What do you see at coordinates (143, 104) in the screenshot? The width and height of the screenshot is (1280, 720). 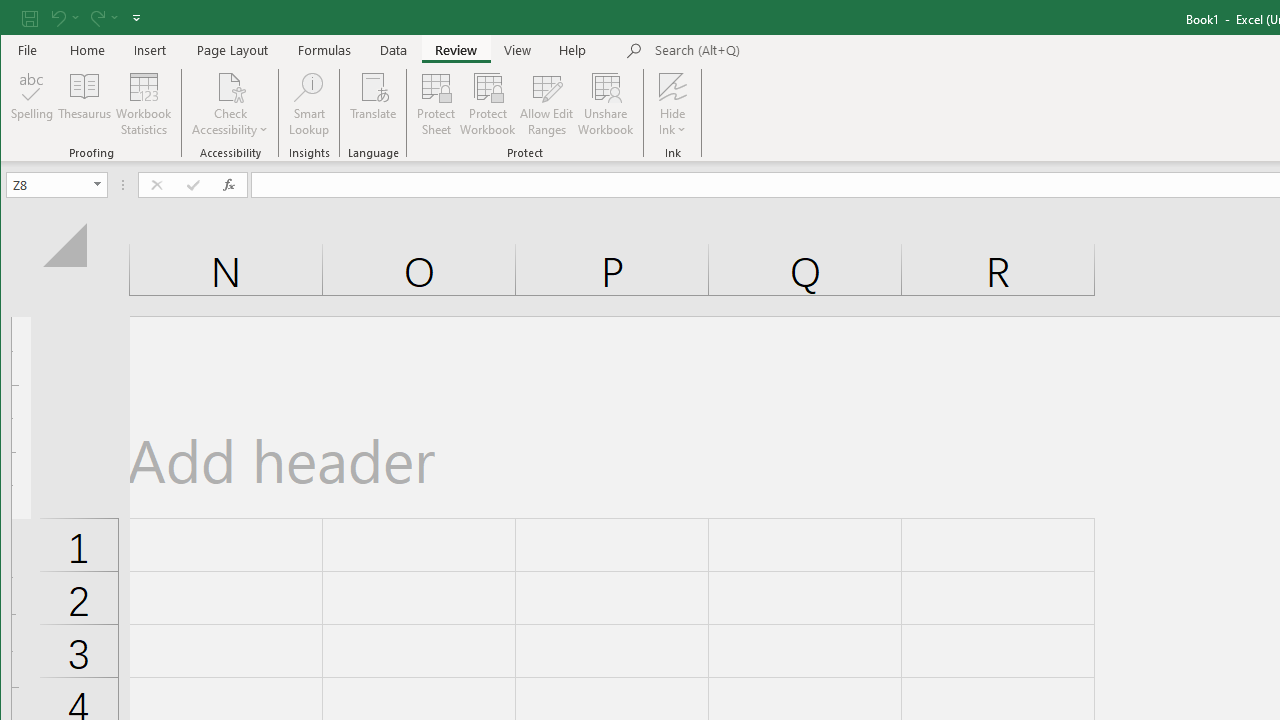 I see `'Workbook Statistics'` at bounding box center [143, 104].